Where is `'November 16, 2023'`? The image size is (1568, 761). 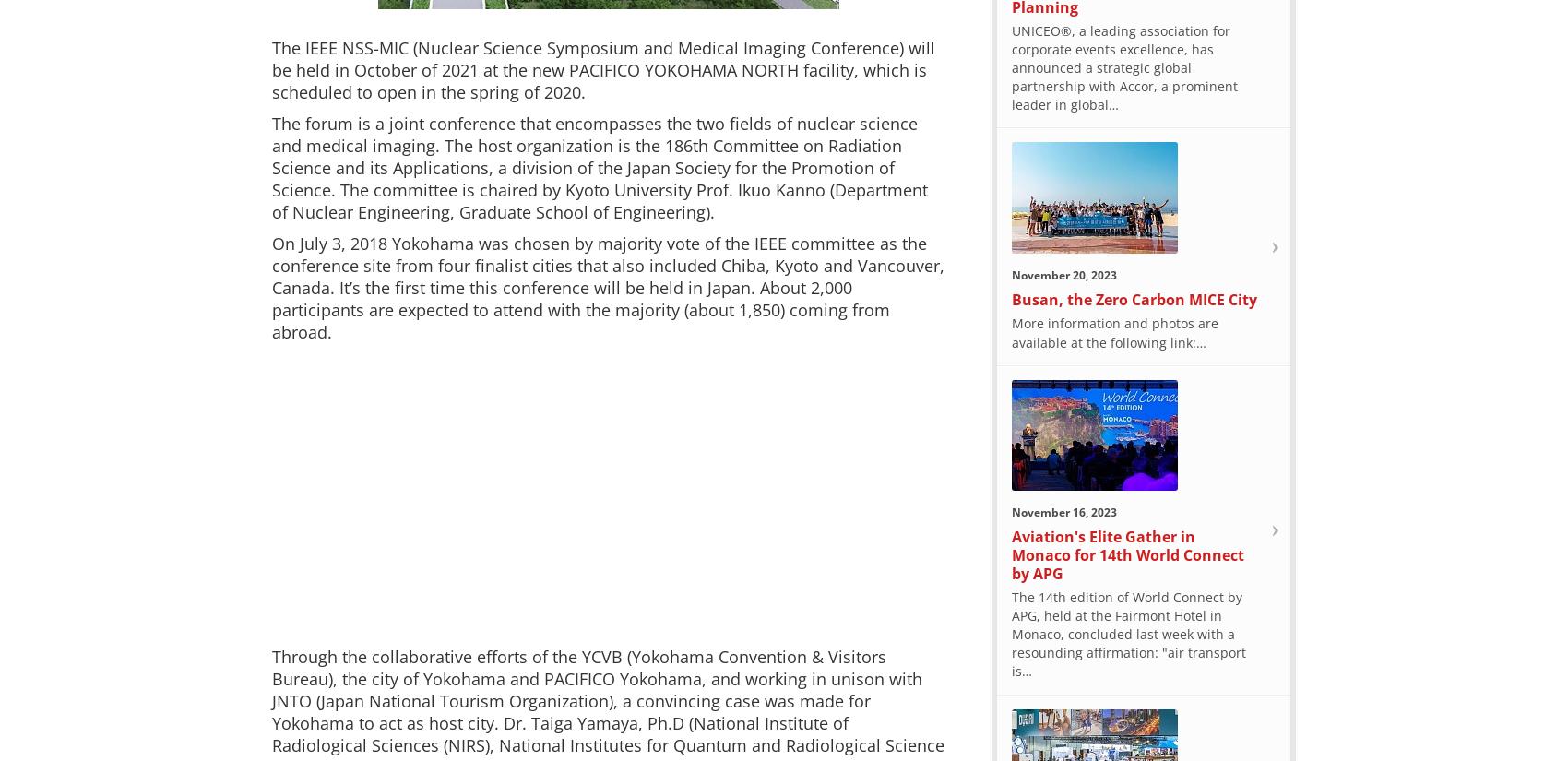
'November 16, 2023' is located at coordinates (1012, 511).